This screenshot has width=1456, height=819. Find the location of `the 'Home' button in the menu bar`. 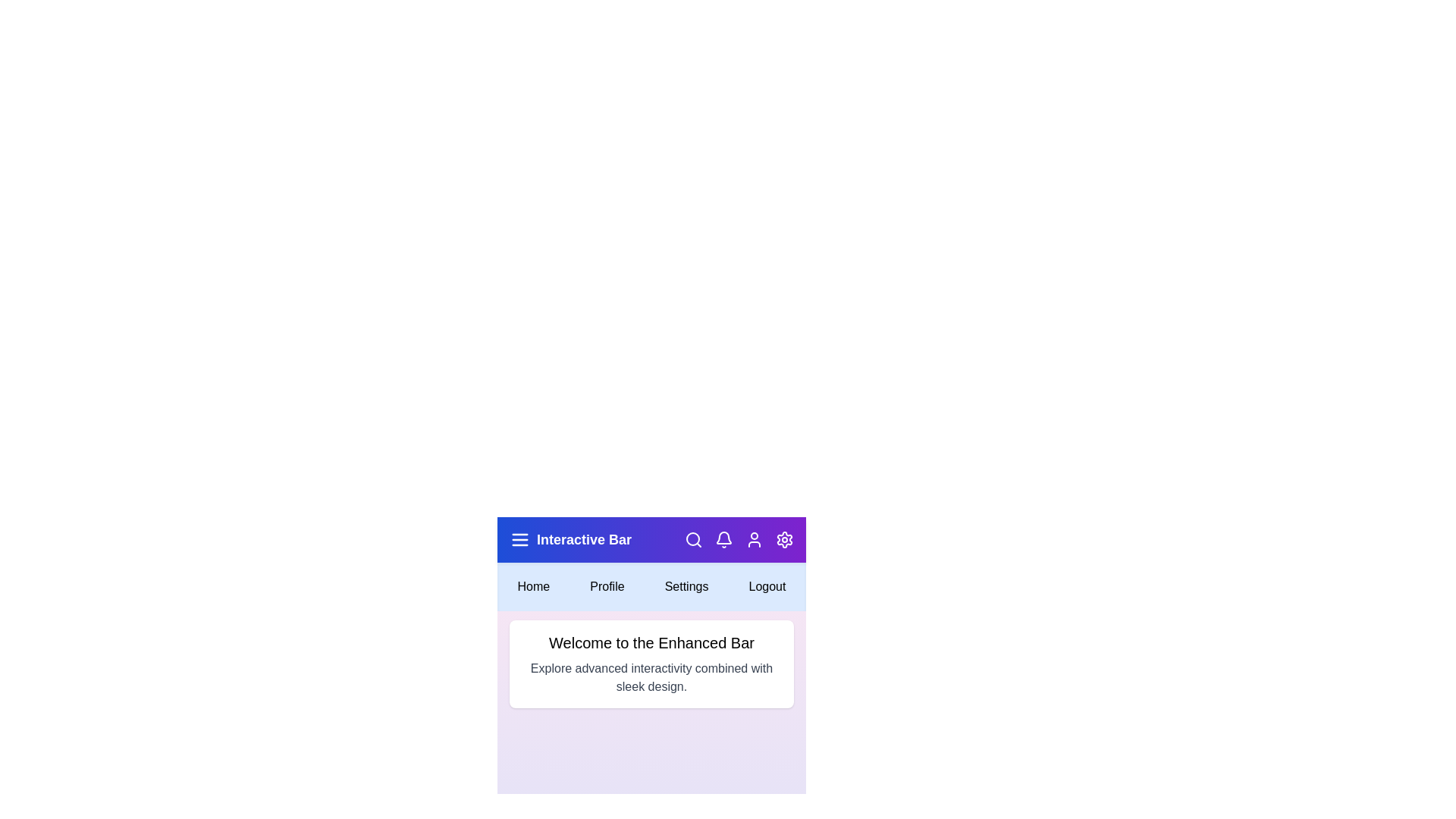

the 'Home' button in the menu bar is located at coordinates (533, 586).